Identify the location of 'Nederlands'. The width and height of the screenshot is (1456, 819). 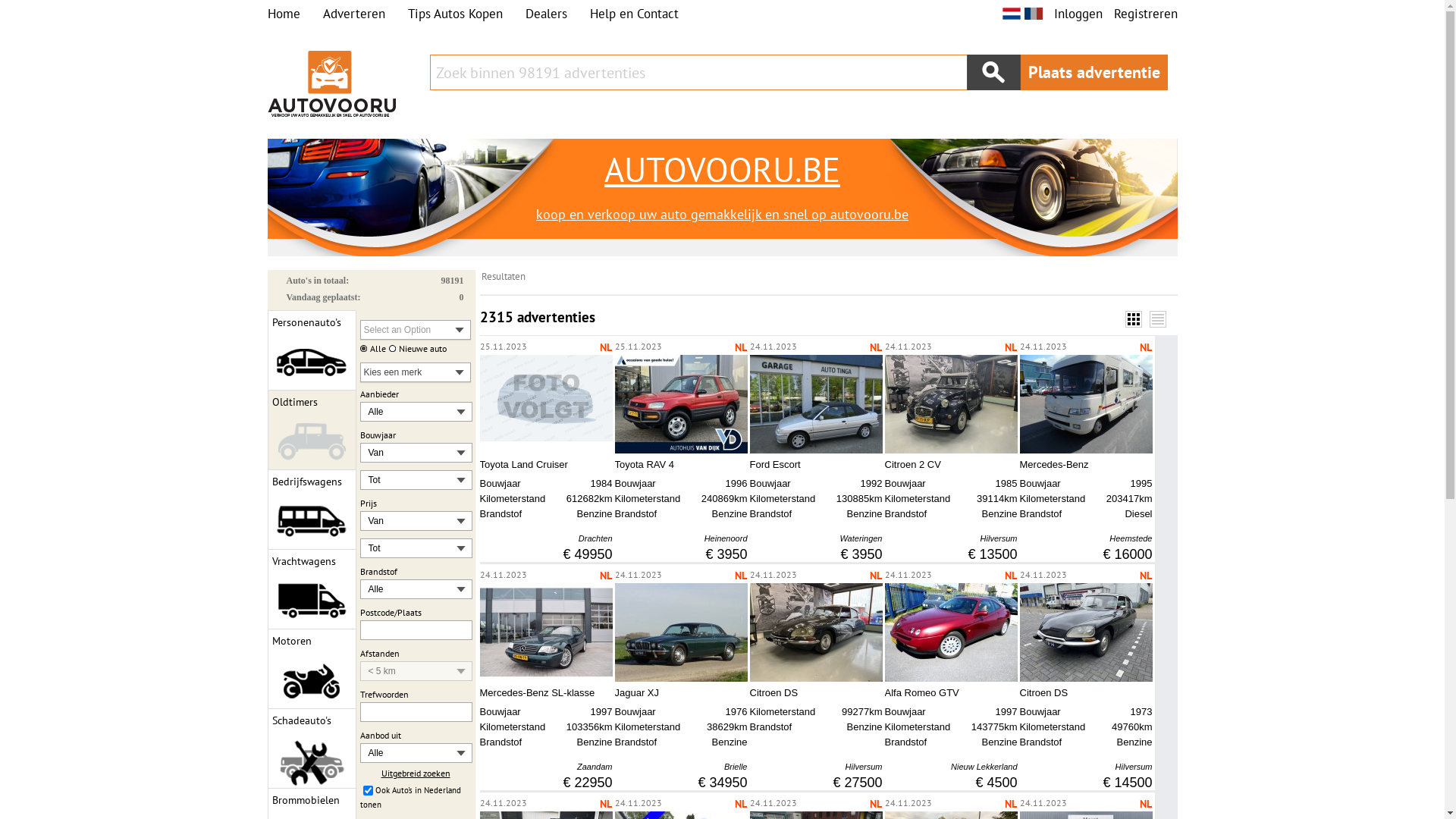
(1002, 14).